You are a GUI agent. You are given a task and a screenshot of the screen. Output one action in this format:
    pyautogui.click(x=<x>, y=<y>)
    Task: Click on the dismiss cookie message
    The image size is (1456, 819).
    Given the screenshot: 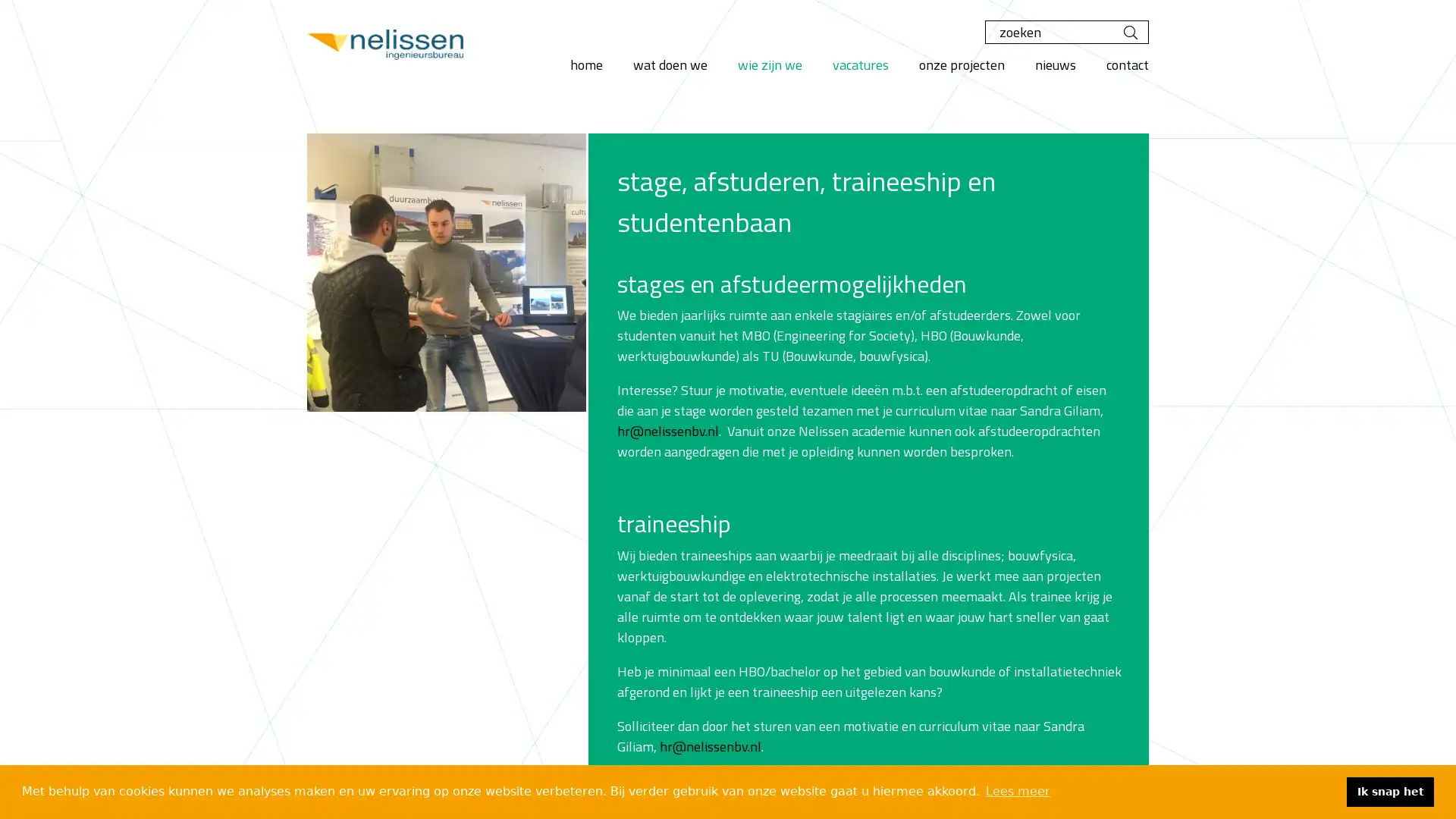 What is the action you would take?
    pyautogui.click(x=1390, y=791)
    